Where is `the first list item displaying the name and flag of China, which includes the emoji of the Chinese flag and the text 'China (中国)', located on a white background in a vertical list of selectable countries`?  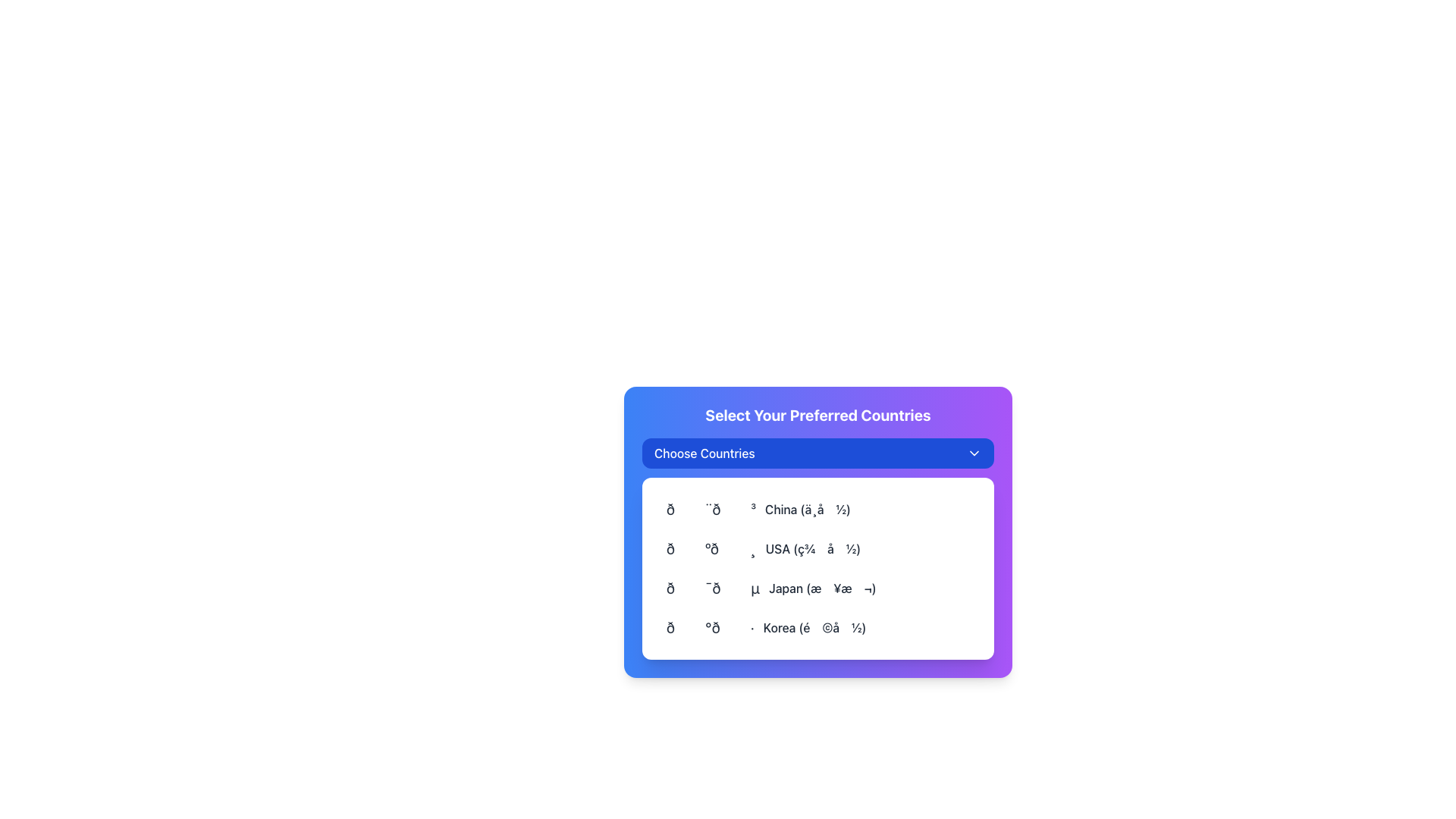 the first list item displaying the name and flag of China, which includes the emoji of the Chinese flag and the text 'China (中国)', located on a white background in a vertical list of selectable countries is located at coordinates (817, 509).